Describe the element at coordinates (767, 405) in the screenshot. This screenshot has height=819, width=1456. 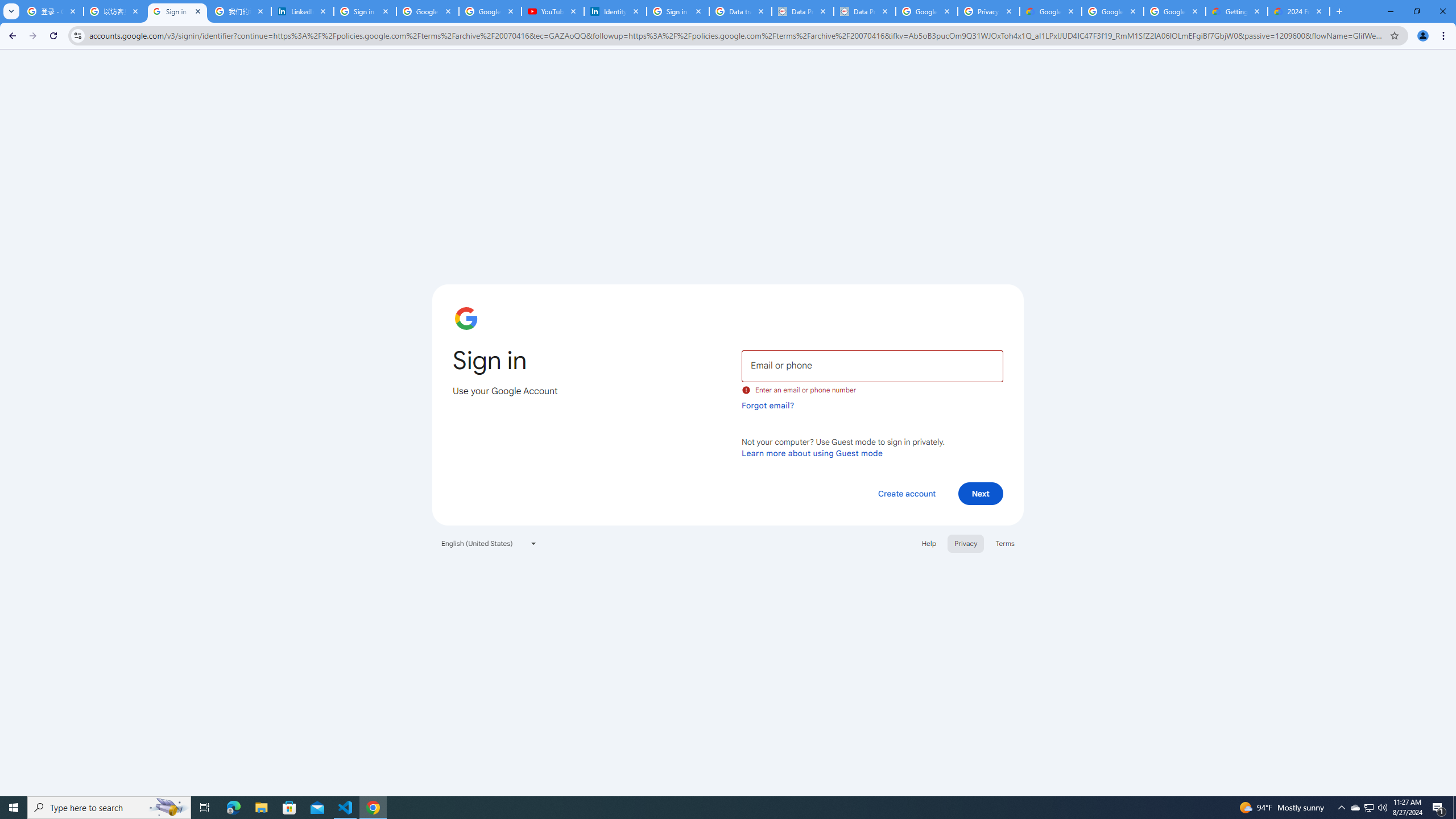
I see `'Forgot email?'` at that location.